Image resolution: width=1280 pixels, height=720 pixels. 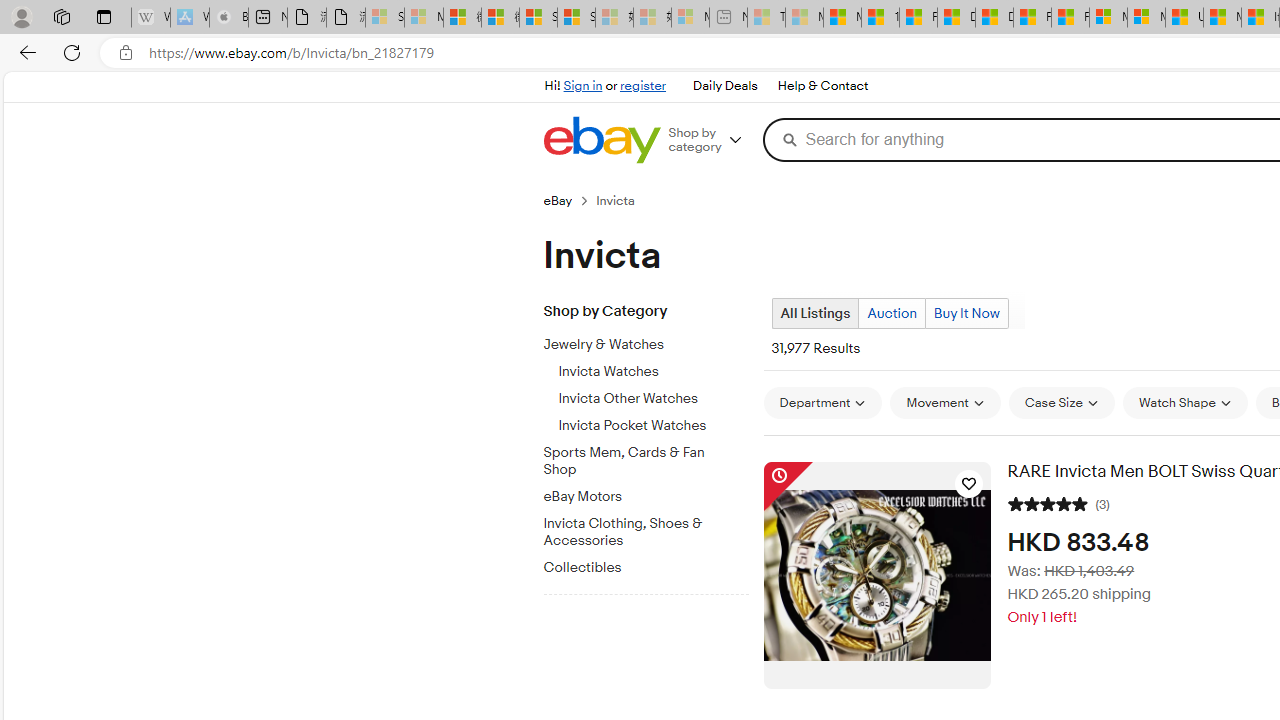 I want to click on 'Movement', so click(x=944, y=403).